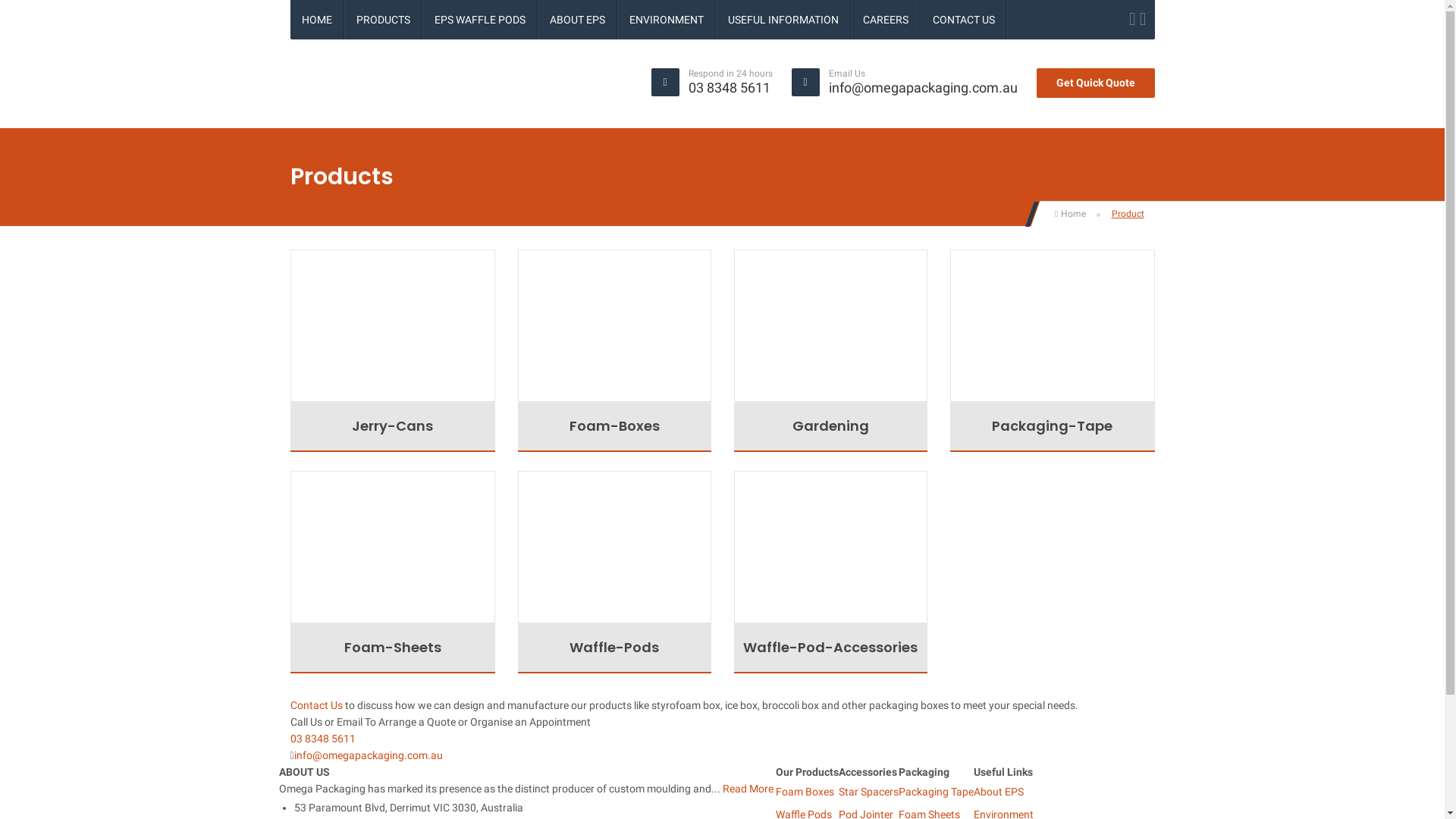  What do you see at coordinates (921, 87) in the screenshot?
I see `'info@omegapackaging.com.au'` at bounding box center [921, 87].